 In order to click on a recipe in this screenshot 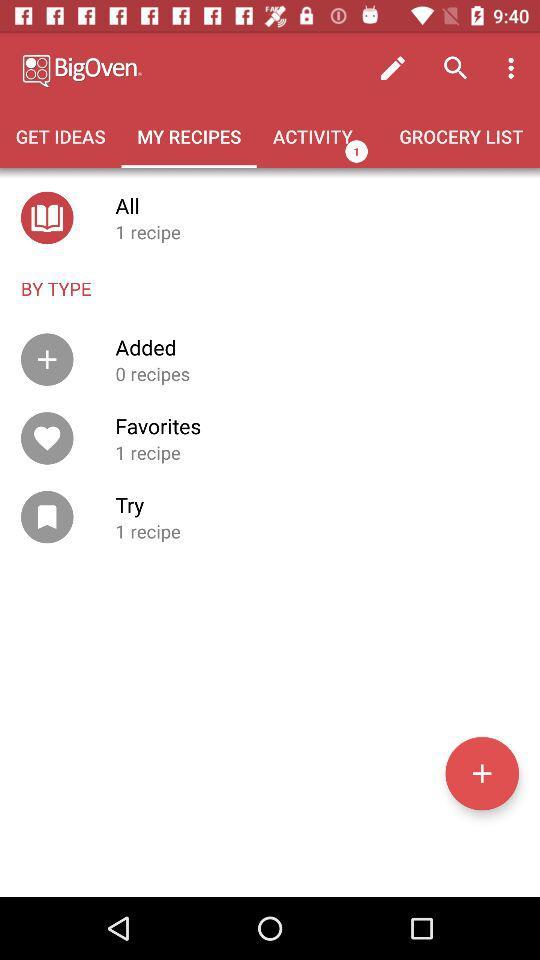, I will do `click(481, 772)`.